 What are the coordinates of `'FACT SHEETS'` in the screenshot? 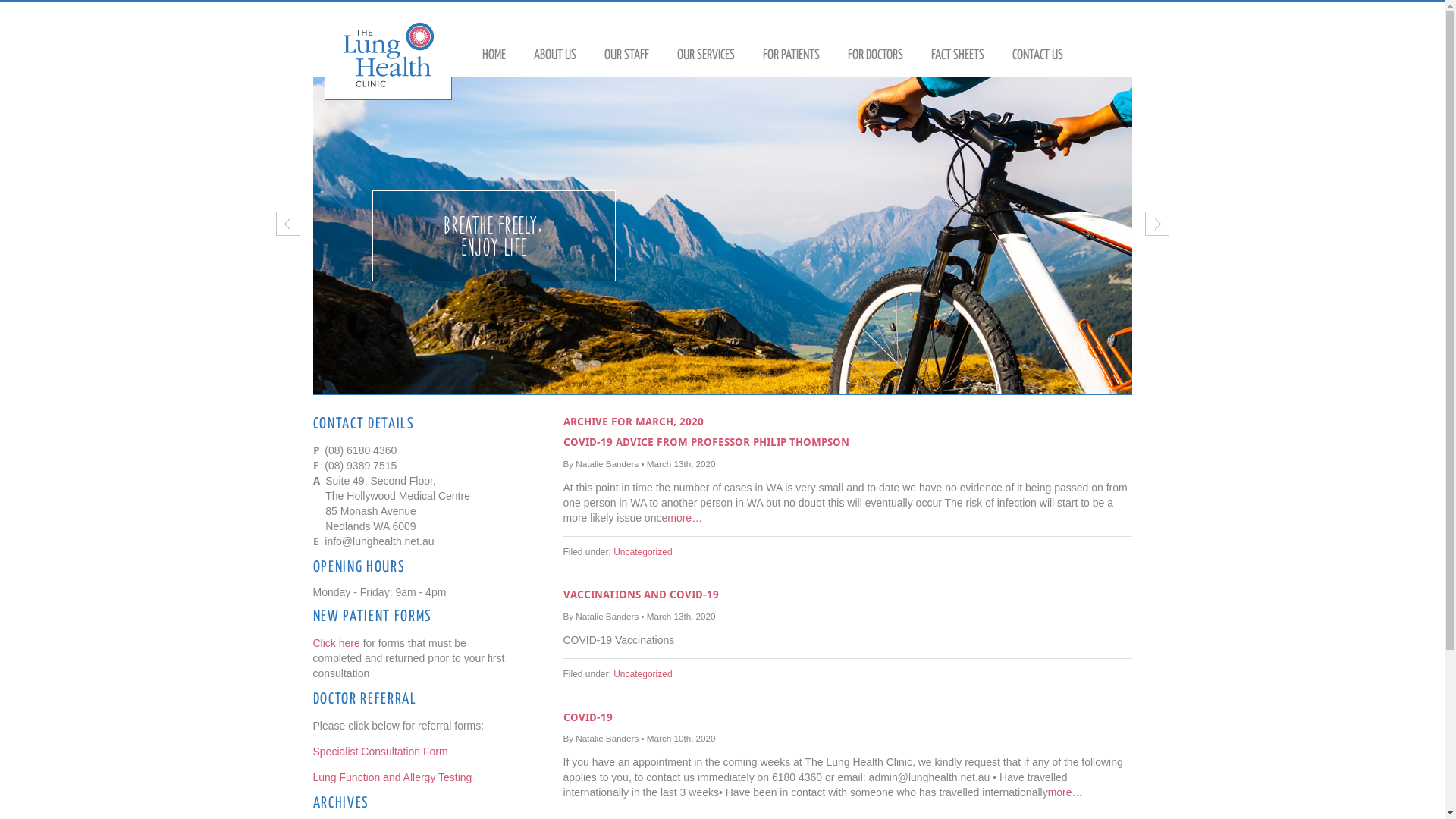 It's located at (956, 55).